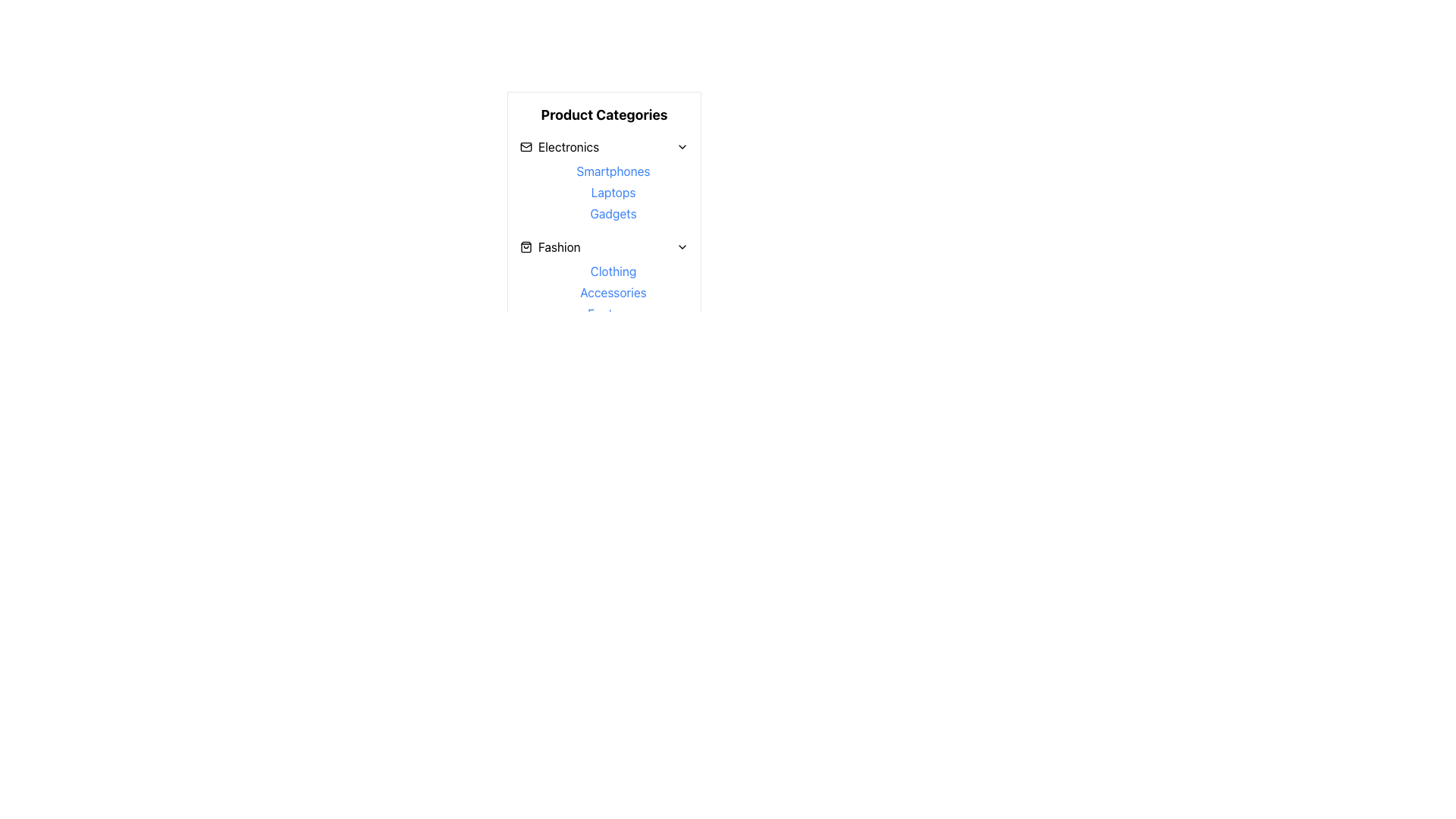 This screenshot has height=819, width=1456. I want to click on the 'Accessories' hyperlink in the Fashion category submenu, so click(613, 292).